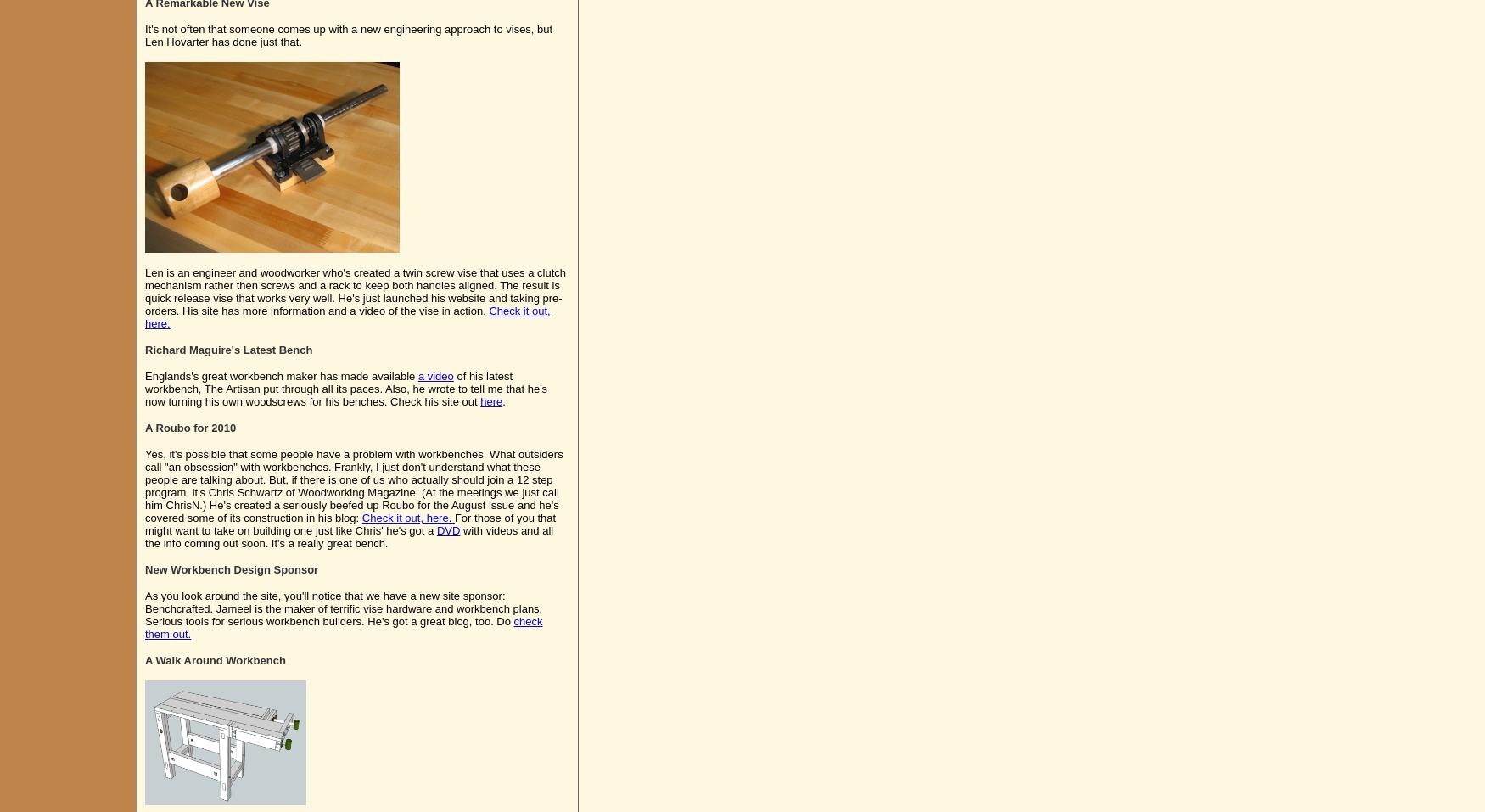 This screenshot has height=812, width=1485. I want to click on 'A Walk Around Workbench', so click(214, 659).